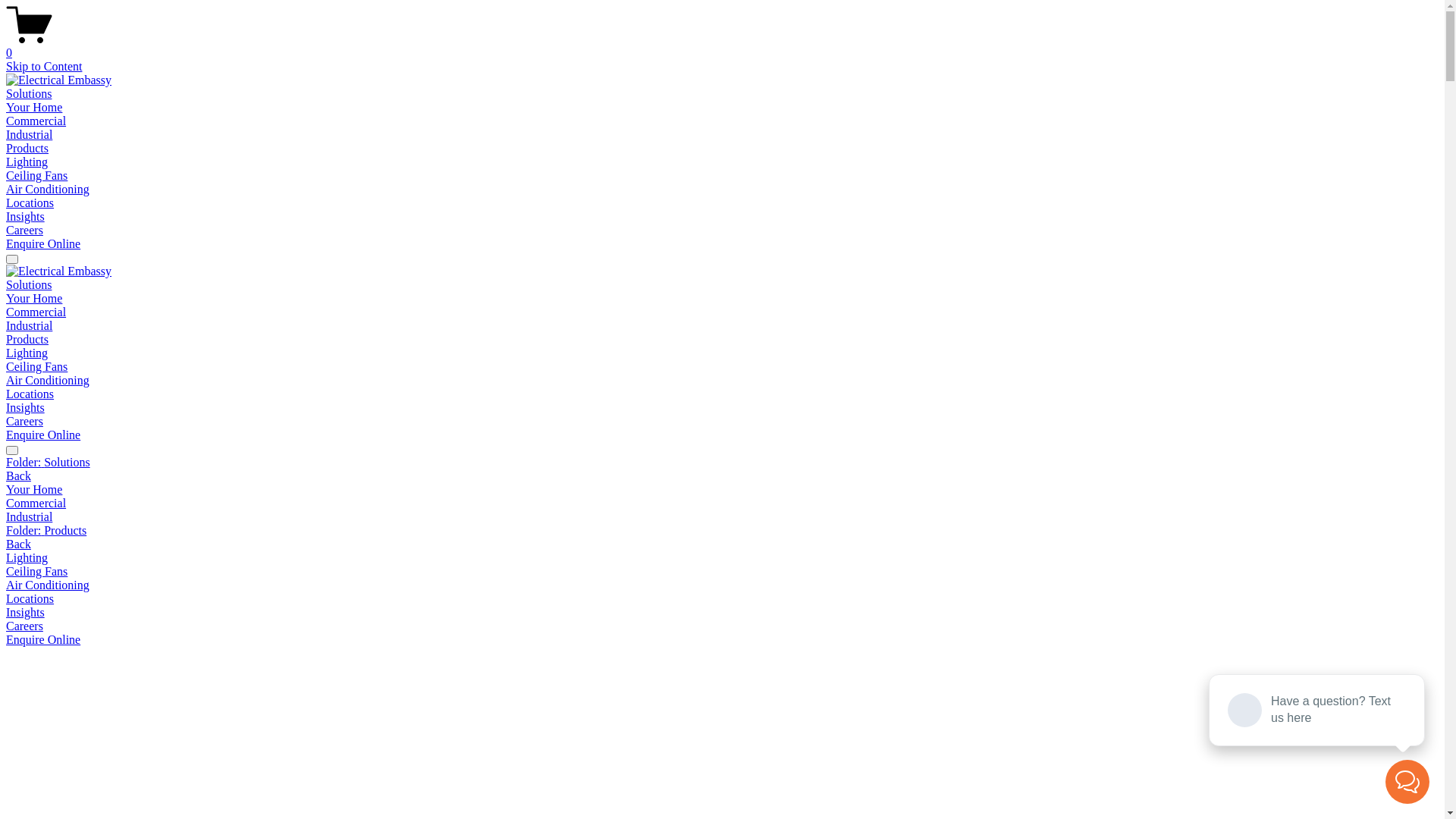  What do you see at coordinates (24, 421) in the screenshot?
I see `'Careers'` at bounding box center [24, 421].